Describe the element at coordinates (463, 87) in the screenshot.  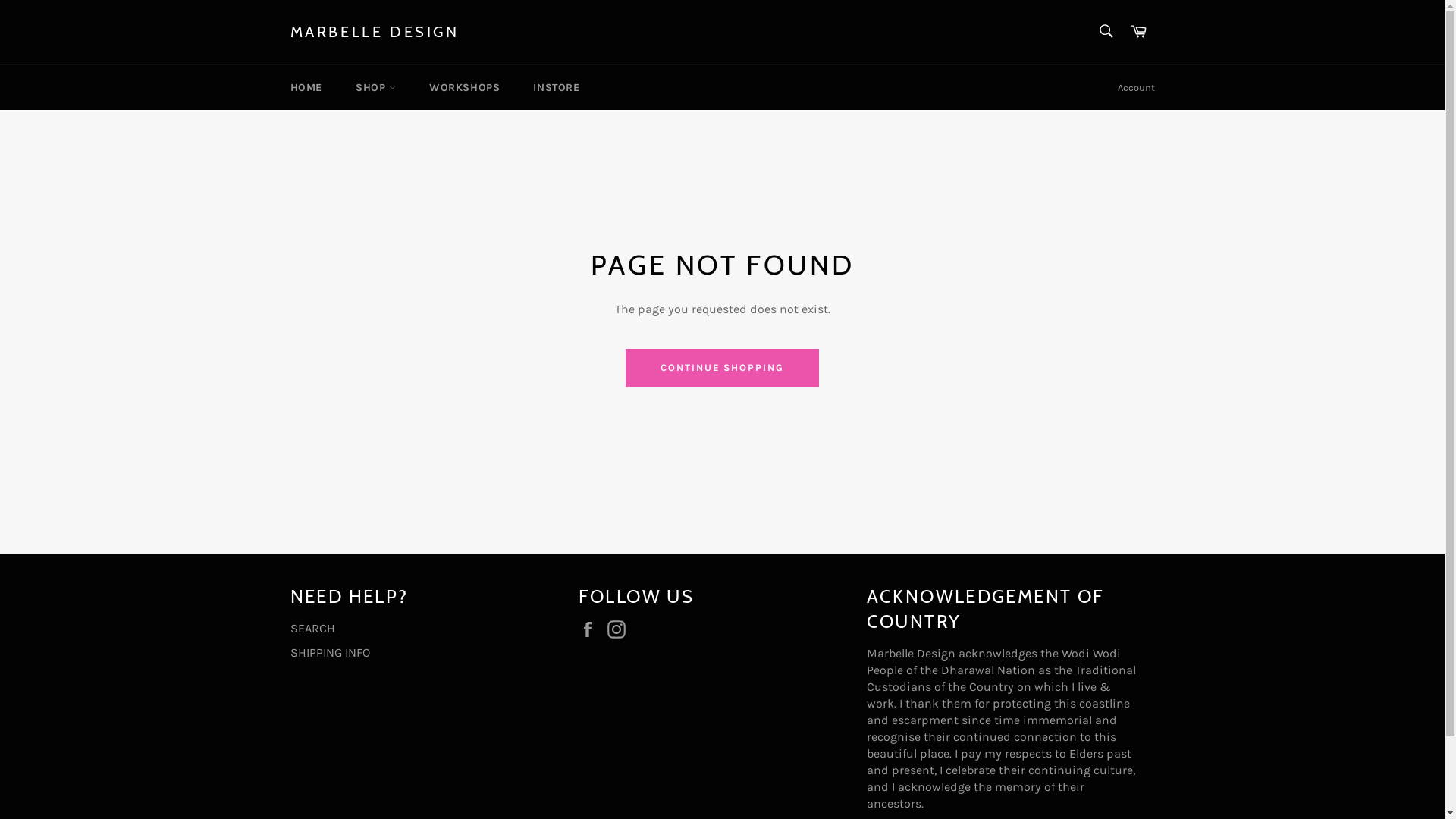
I see `'WORKSHOPS'` at that location.